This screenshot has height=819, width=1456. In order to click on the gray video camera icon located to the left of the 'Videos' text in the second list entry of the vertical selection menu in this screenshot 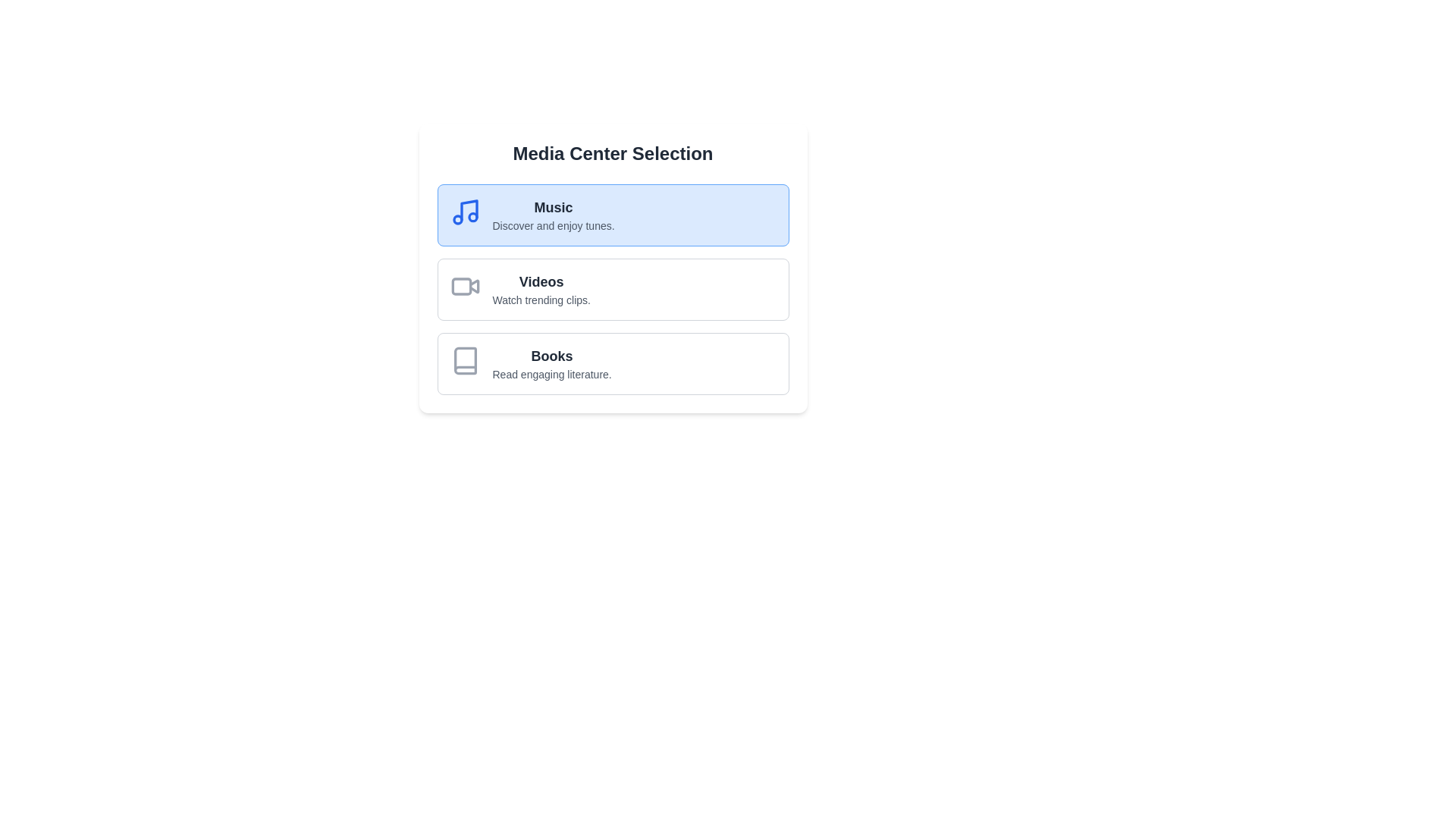, I will do `click(464, 287)`.